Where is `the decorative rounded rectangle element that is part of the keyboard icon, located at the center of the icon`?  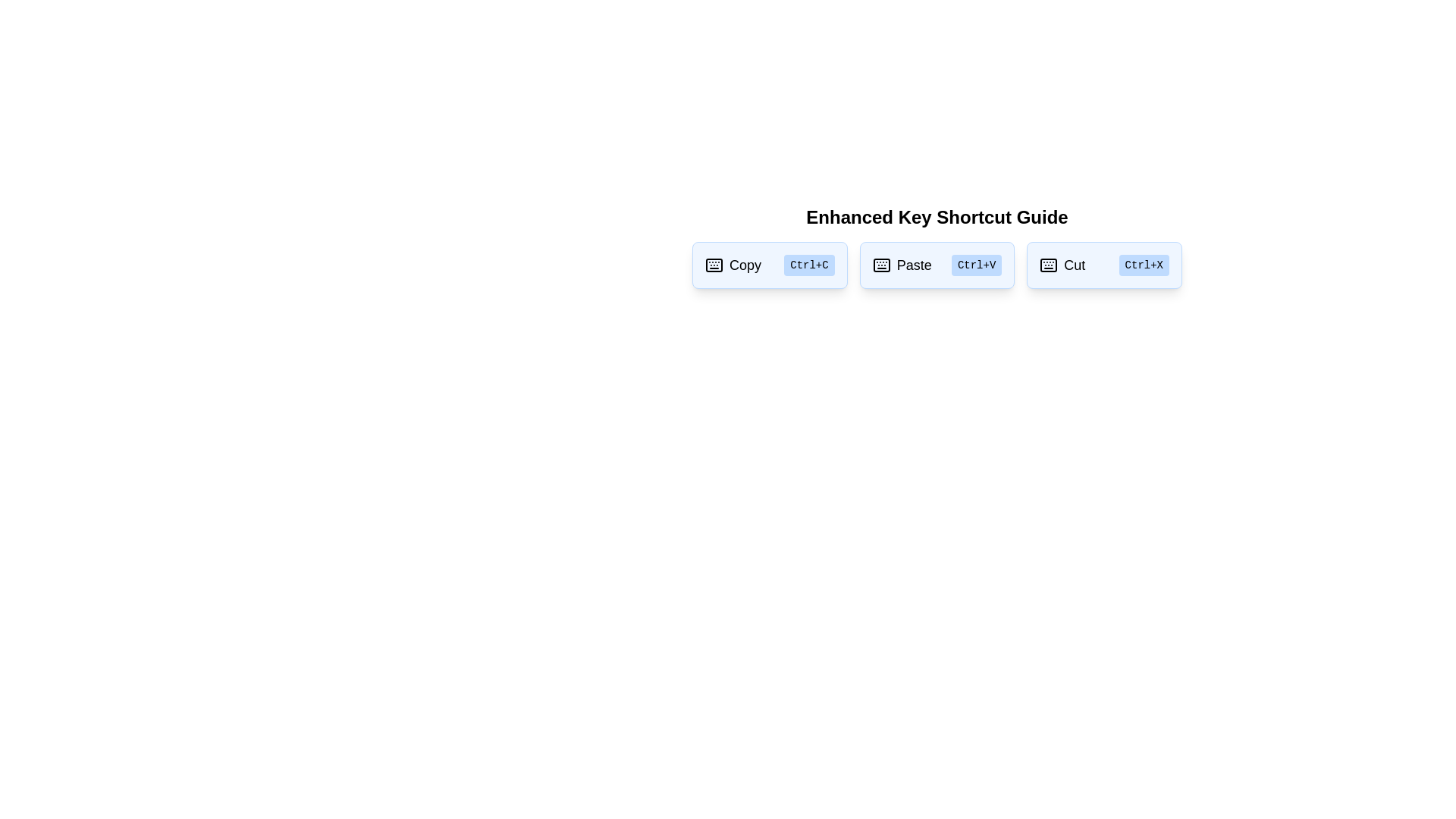 the decorative rounded rectangle element that is part of the keyboard icon, located at the center of the icon is located at coordinates (881, 265).